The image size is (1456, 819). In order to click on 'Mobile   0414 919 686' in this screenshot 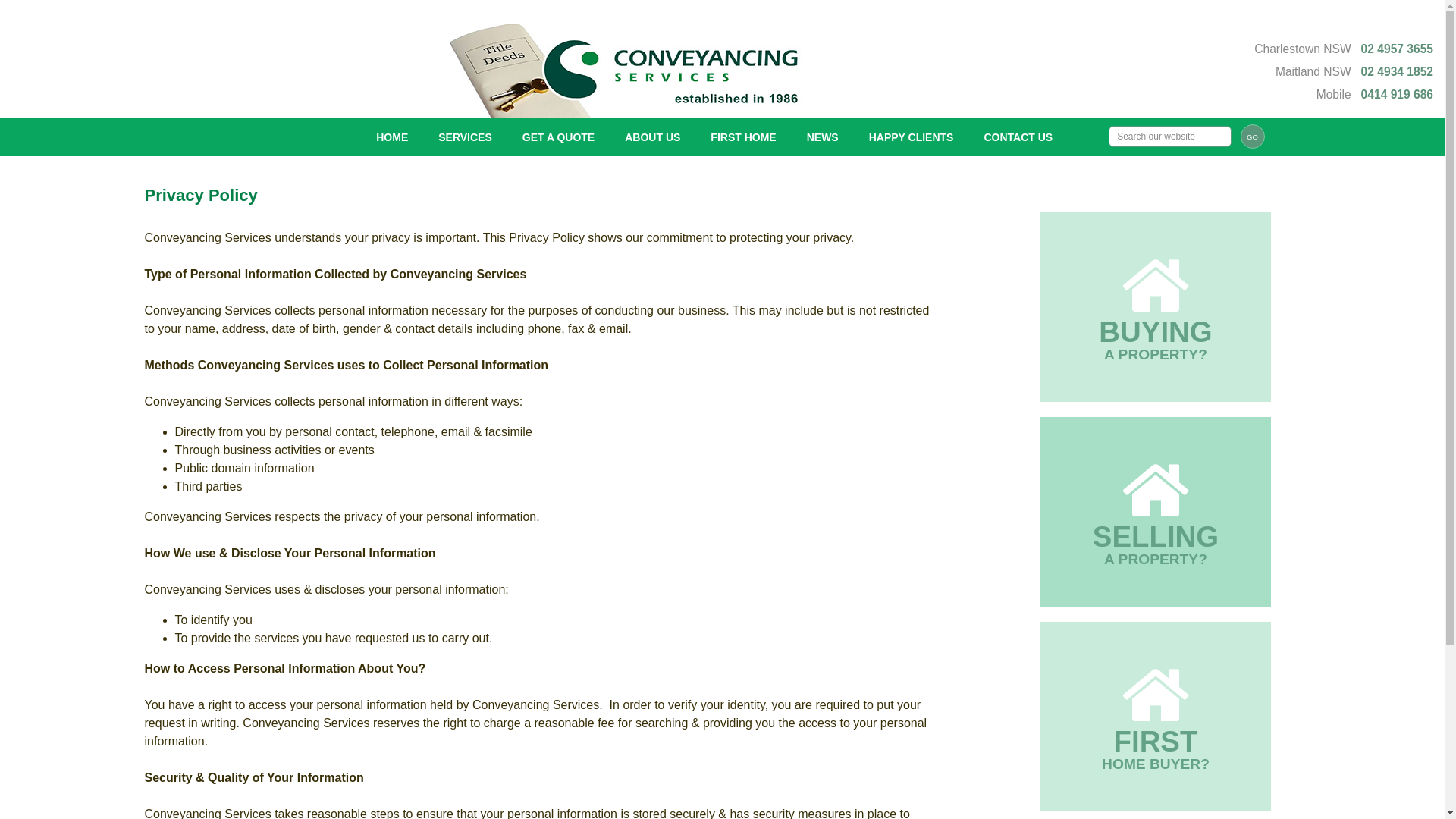, I will do `click(1375, 94)`.